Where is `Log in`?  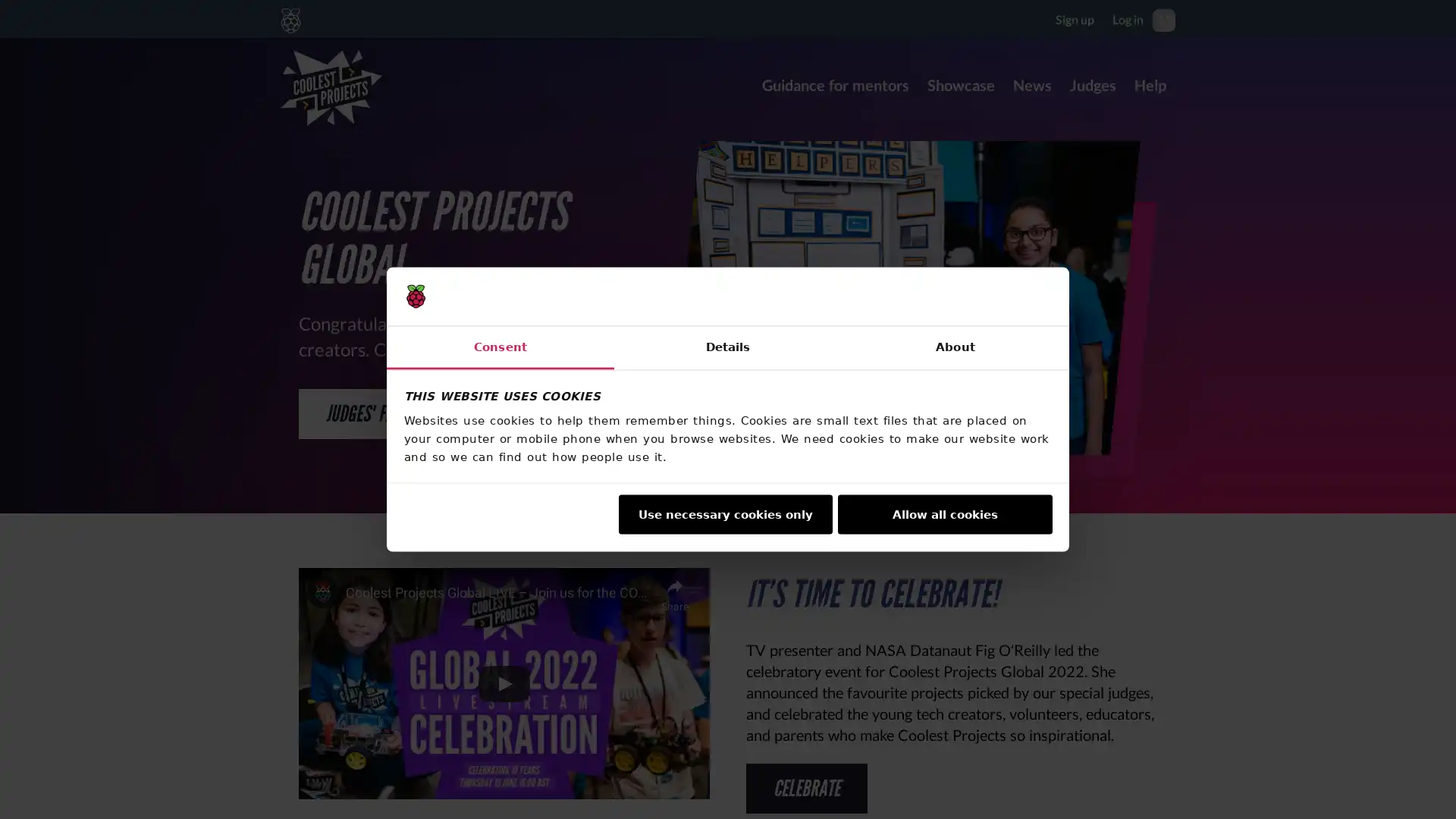 Log in is located at coordinates (1128, 18).